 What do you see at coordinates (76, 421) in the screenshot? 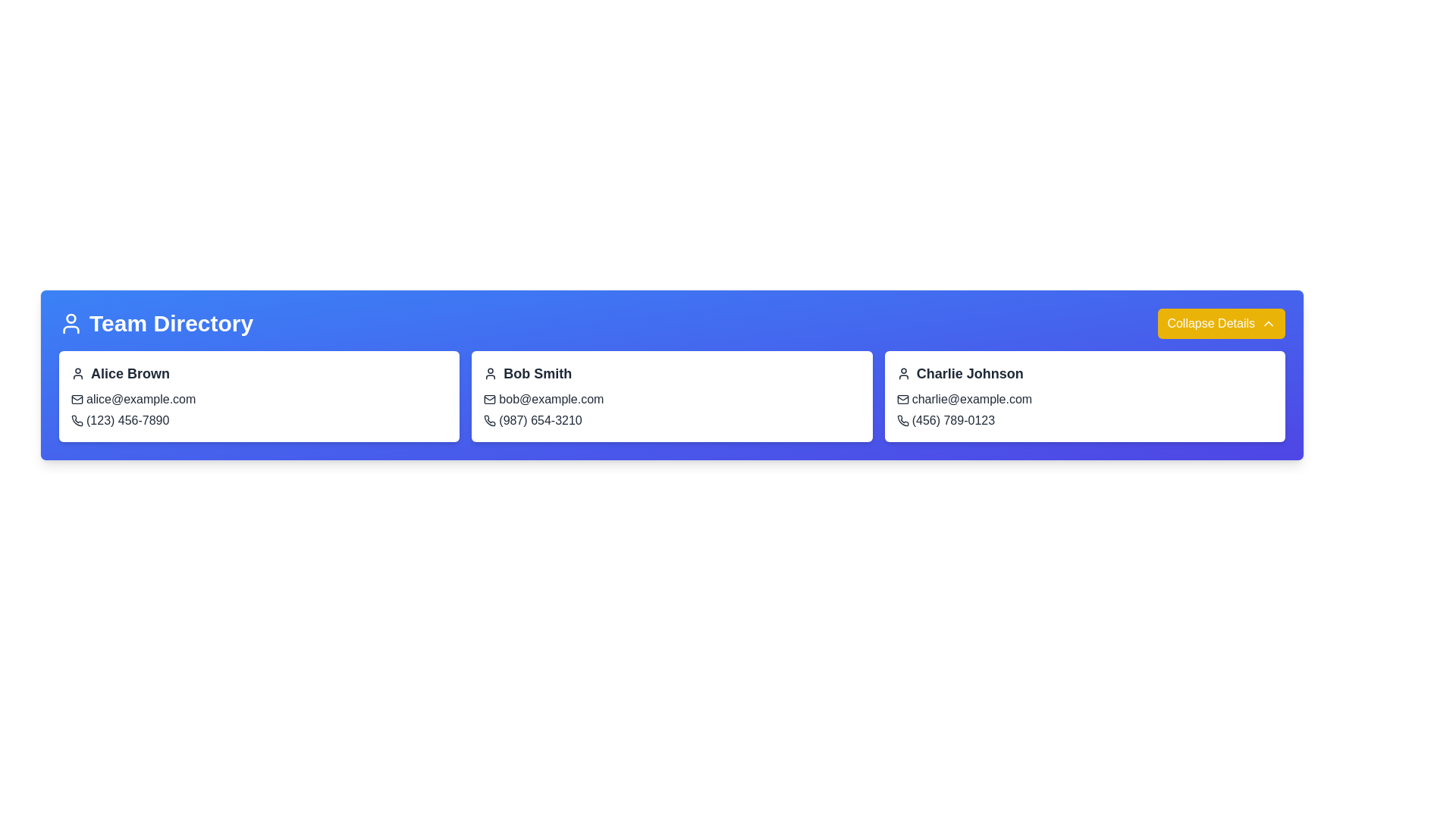
I see `the phone icon SVG graphic located to the left of the phone number '(123) 456-7890' in the first card entry under 'Alice Brown' within the 'Team Directory' section` at bounding box center [76, 421].